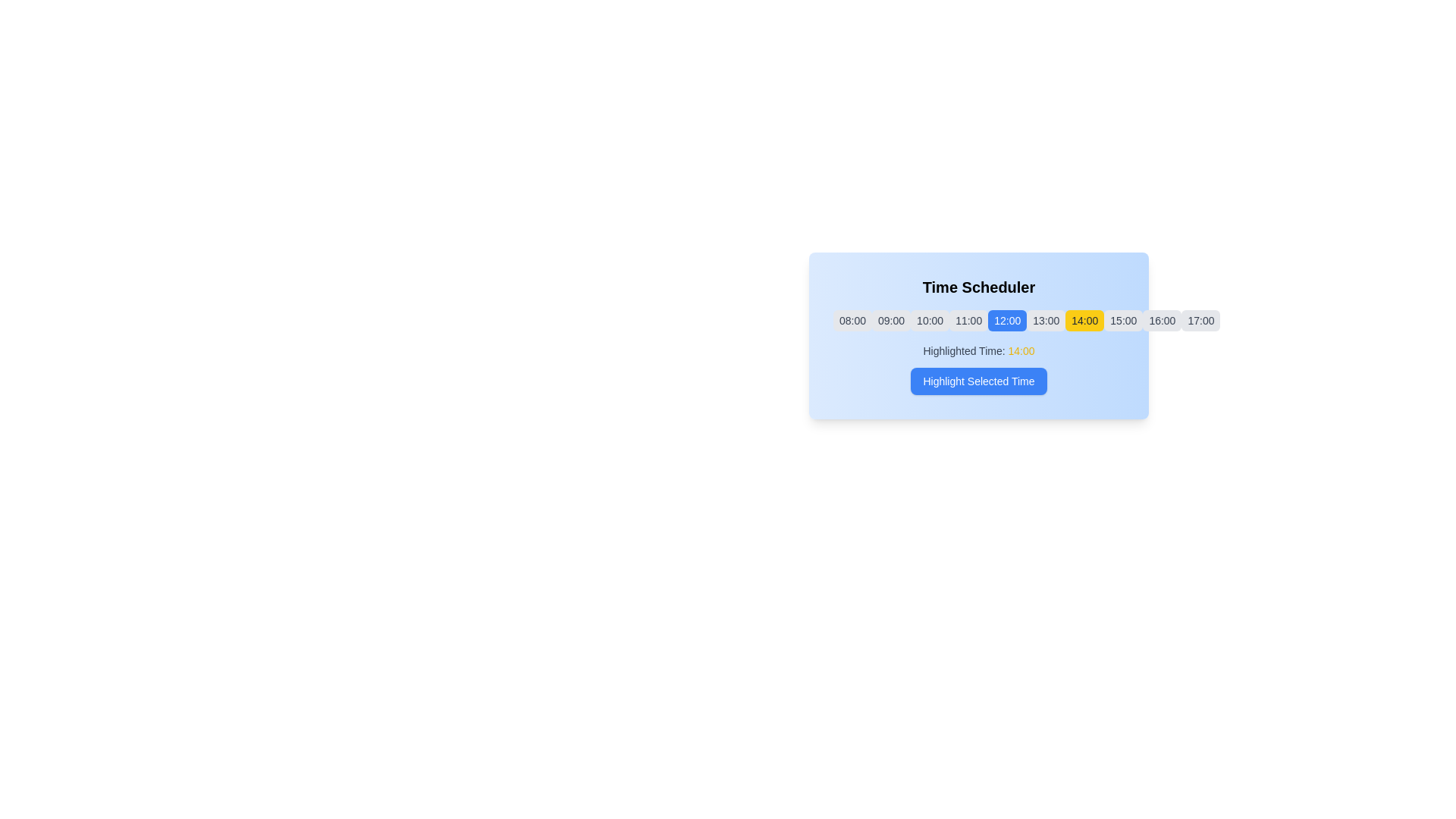 This screenshot has height=819, width=1456. Describe the element at coordinates (979, 369) in the screenshot. I see `the 'Highlight Selected Time' button located under the heading 'Highlighted Time: 14:00' in the 'Time Scheduler' card` at that location.